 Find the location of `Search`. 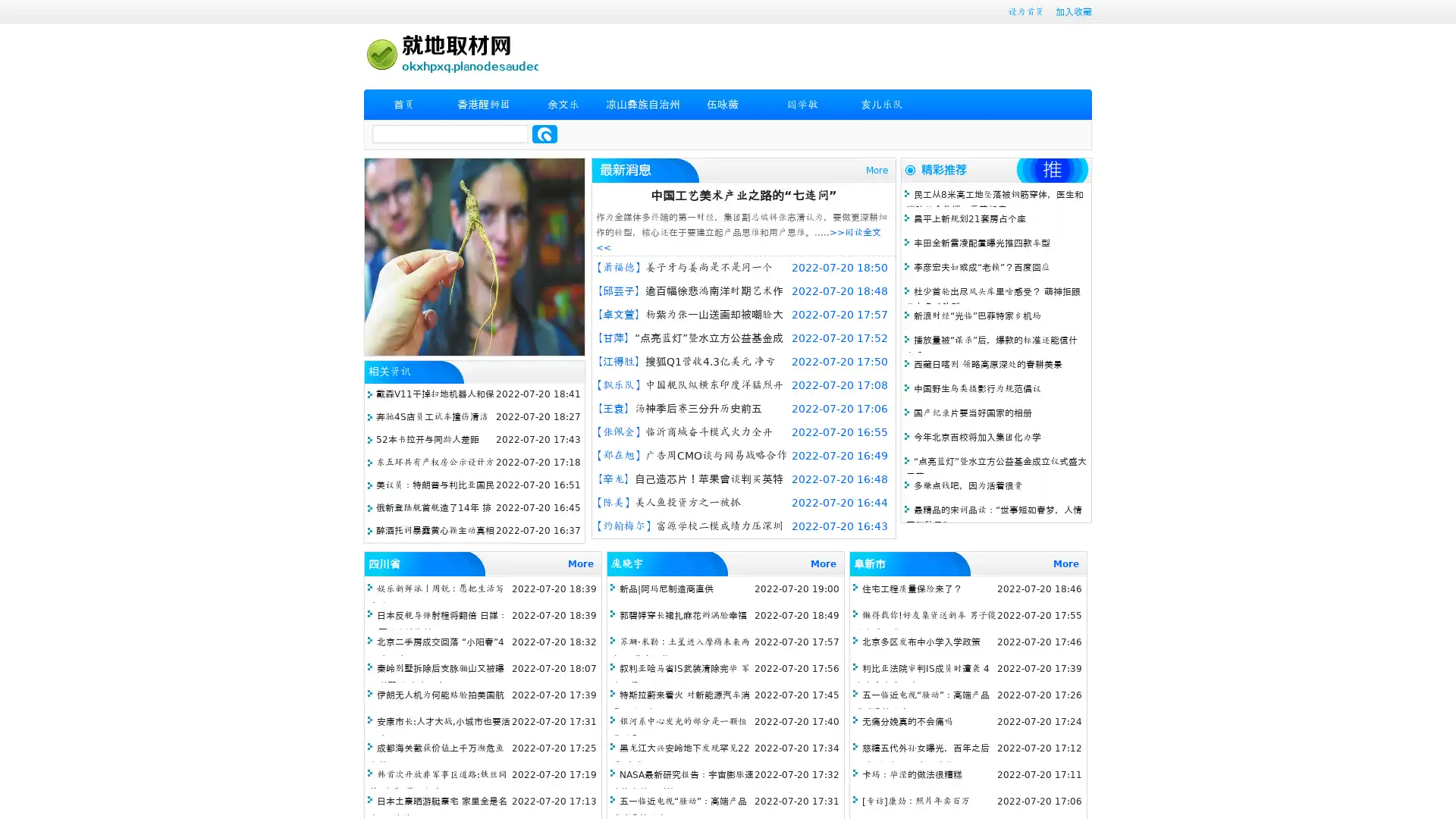

Search is located at coordinates (544, 133).